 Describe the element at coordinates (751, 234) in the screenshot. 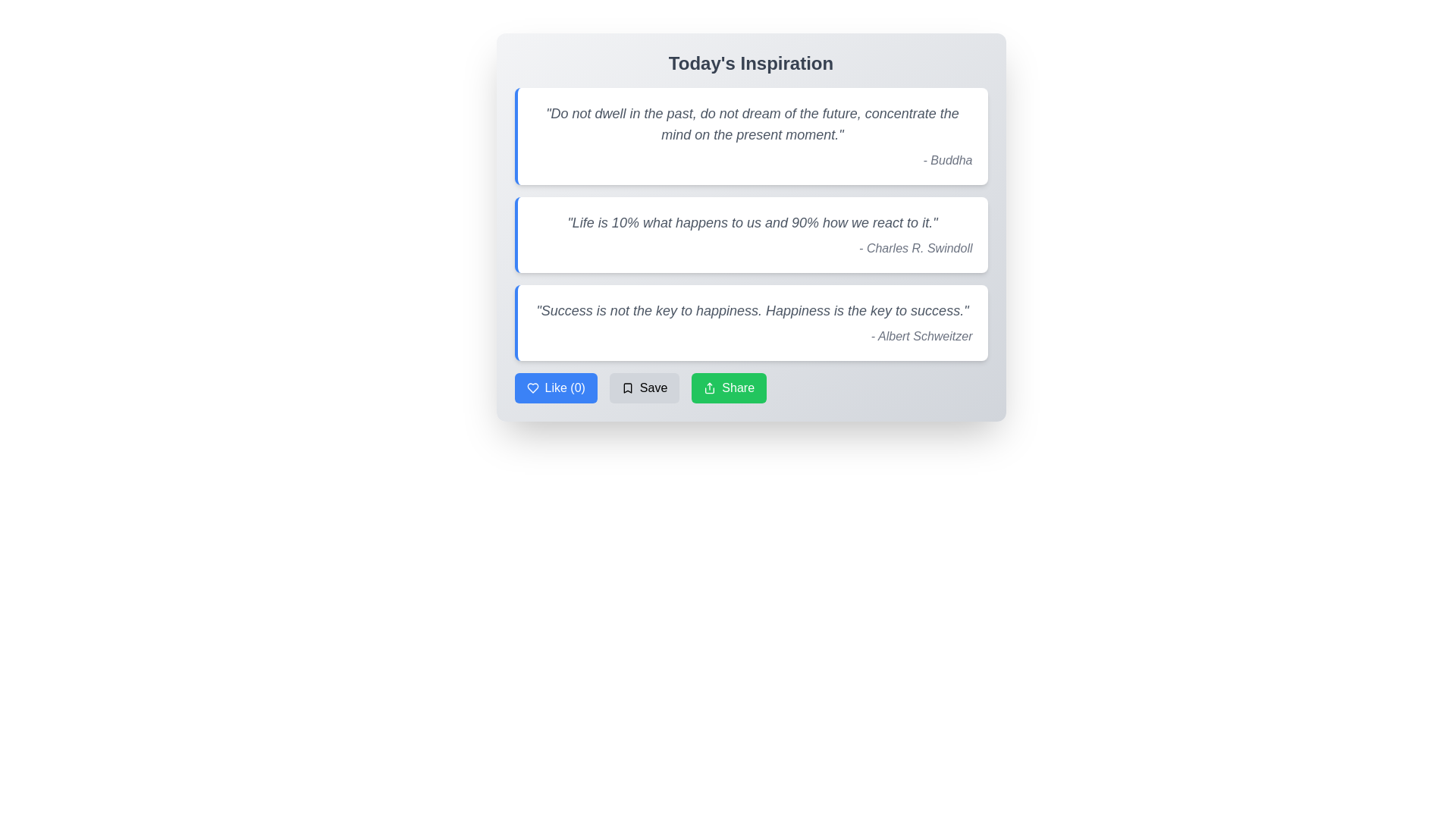

I see `the Textual content block displaying the quote 'Life is 10% what happens to us and 90% how we react to it.' by Charles R. Swindoll` at that location.